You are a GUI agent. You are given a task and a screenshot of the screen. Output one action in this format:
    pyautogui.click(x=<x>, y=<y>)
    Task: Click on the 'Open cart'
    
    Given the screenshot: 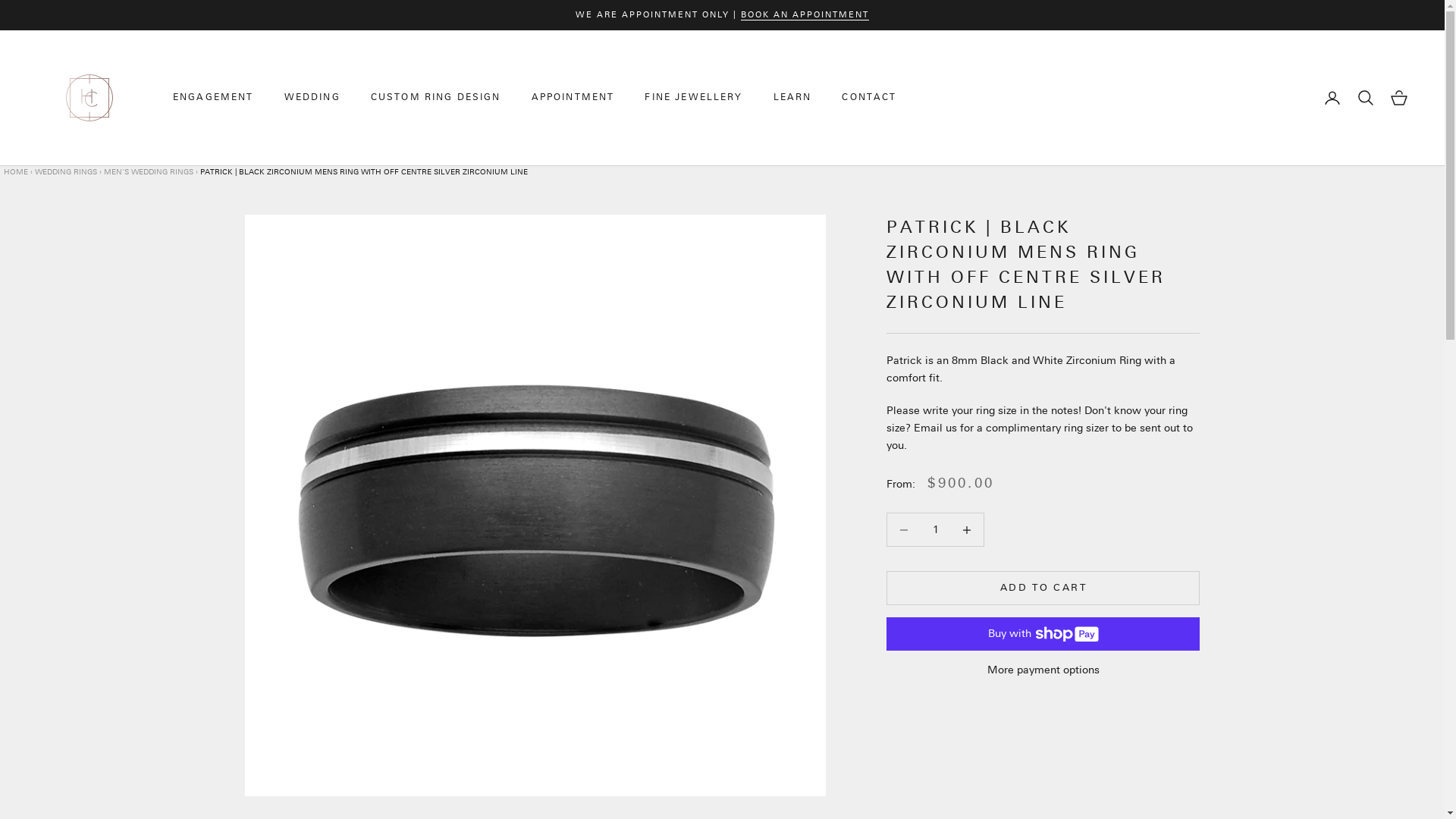 What is the action you would take?
    pyautogui.click(x=1390, y=97)
    